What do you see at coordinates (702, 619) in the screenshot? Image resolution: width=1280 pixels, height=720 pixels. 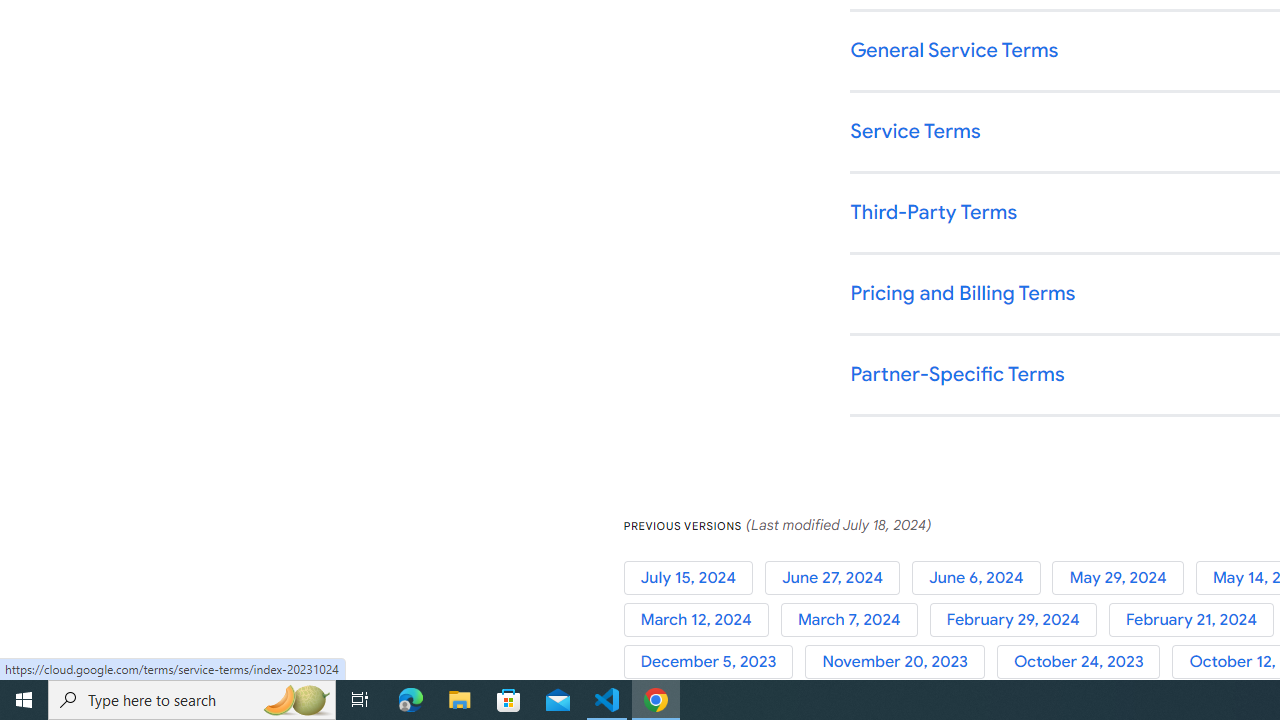 I see `'March 12, 2024'` at bounding box center [702, 619].